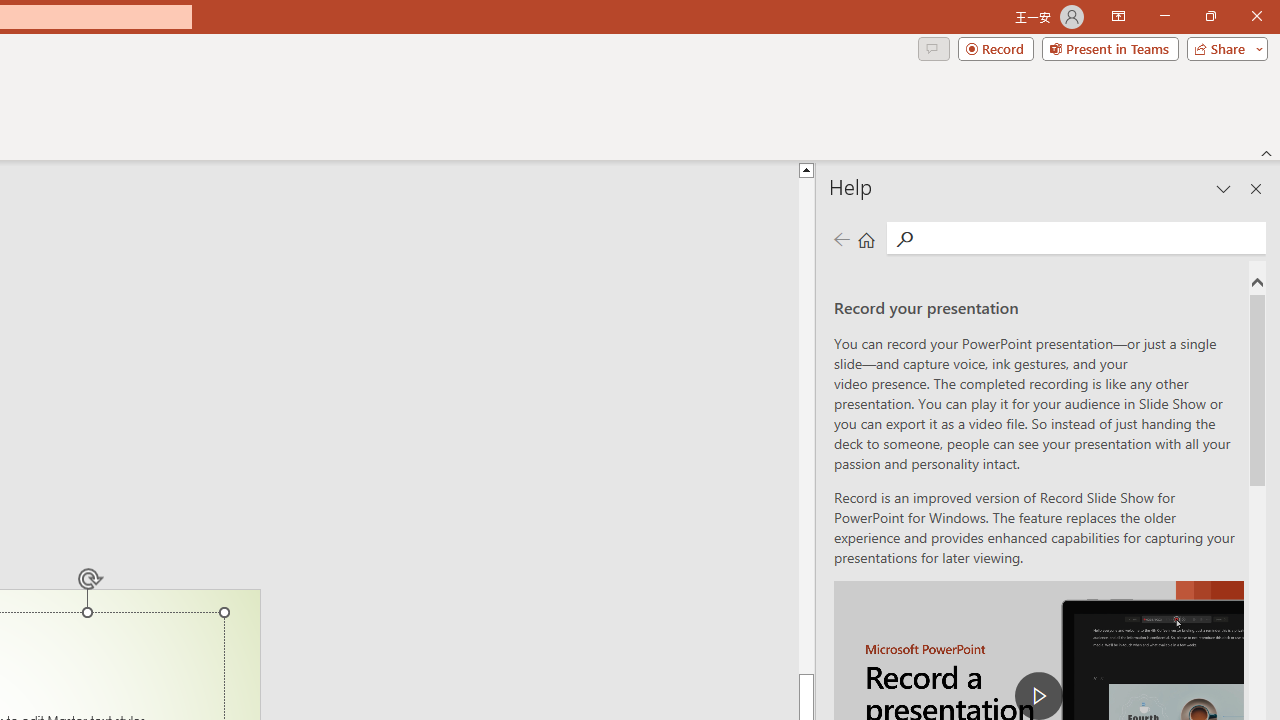 The image size is (1280, 720). I want to click on 'Task Pane Options', so click(1223, 189).